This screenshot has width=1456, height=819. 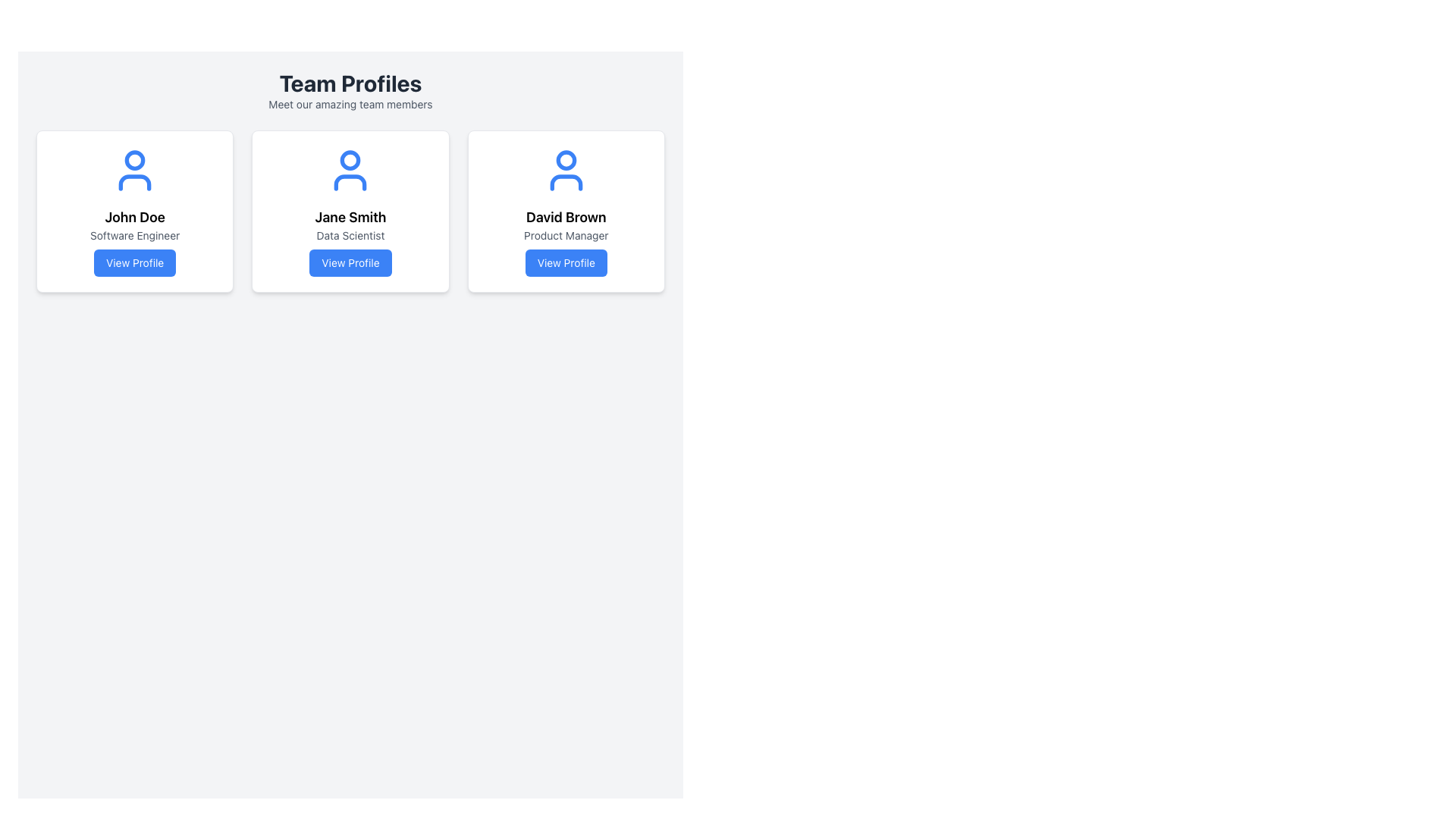 I want to click on the small circular graphical icon component located in the center of the head outline of the user icon for John Doe in the 'Team Profiles' section, so click(x=135, y=160).